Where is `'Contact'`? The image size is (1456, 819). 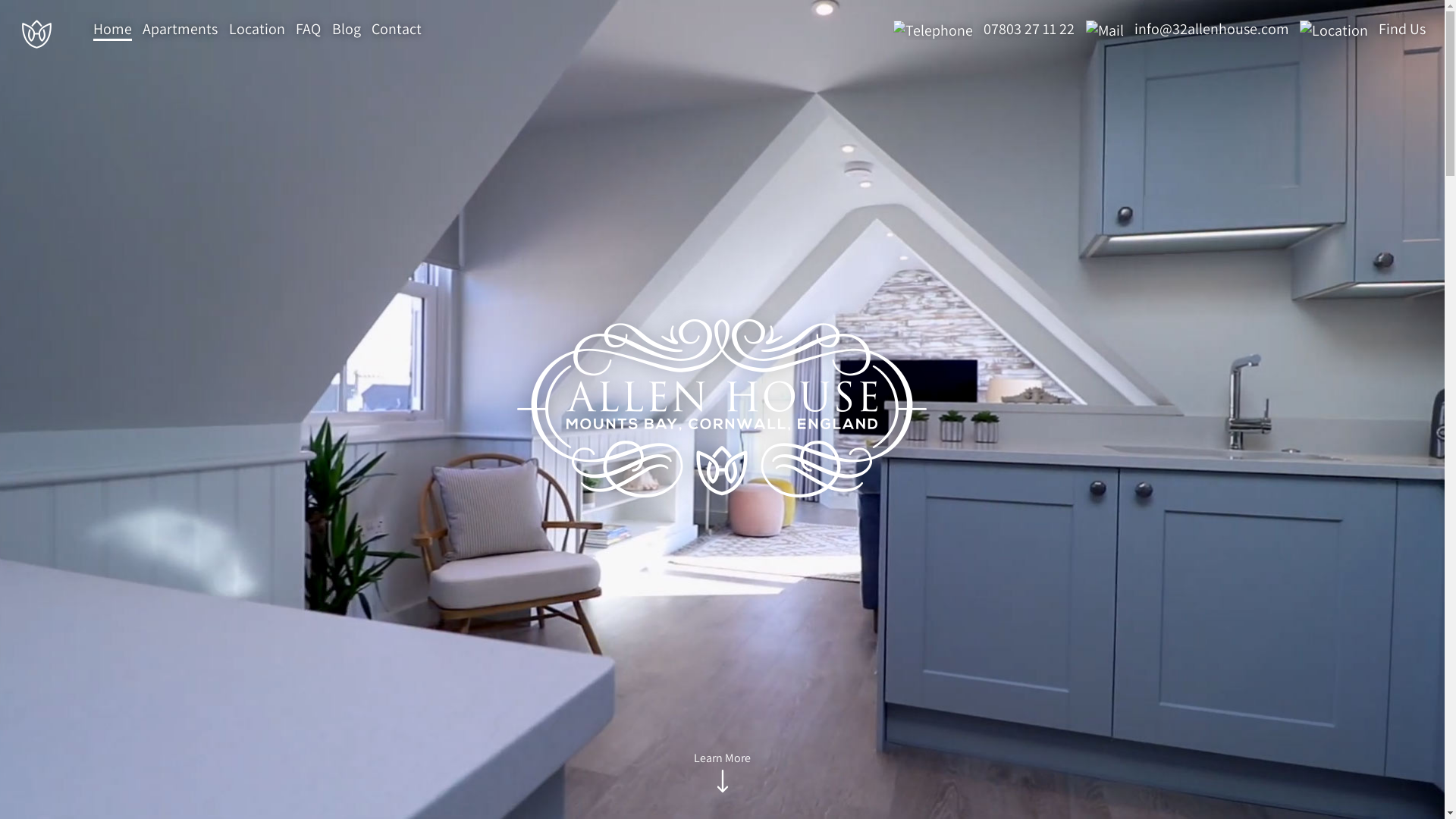
'Contact' is located at coordinates (397, 30).